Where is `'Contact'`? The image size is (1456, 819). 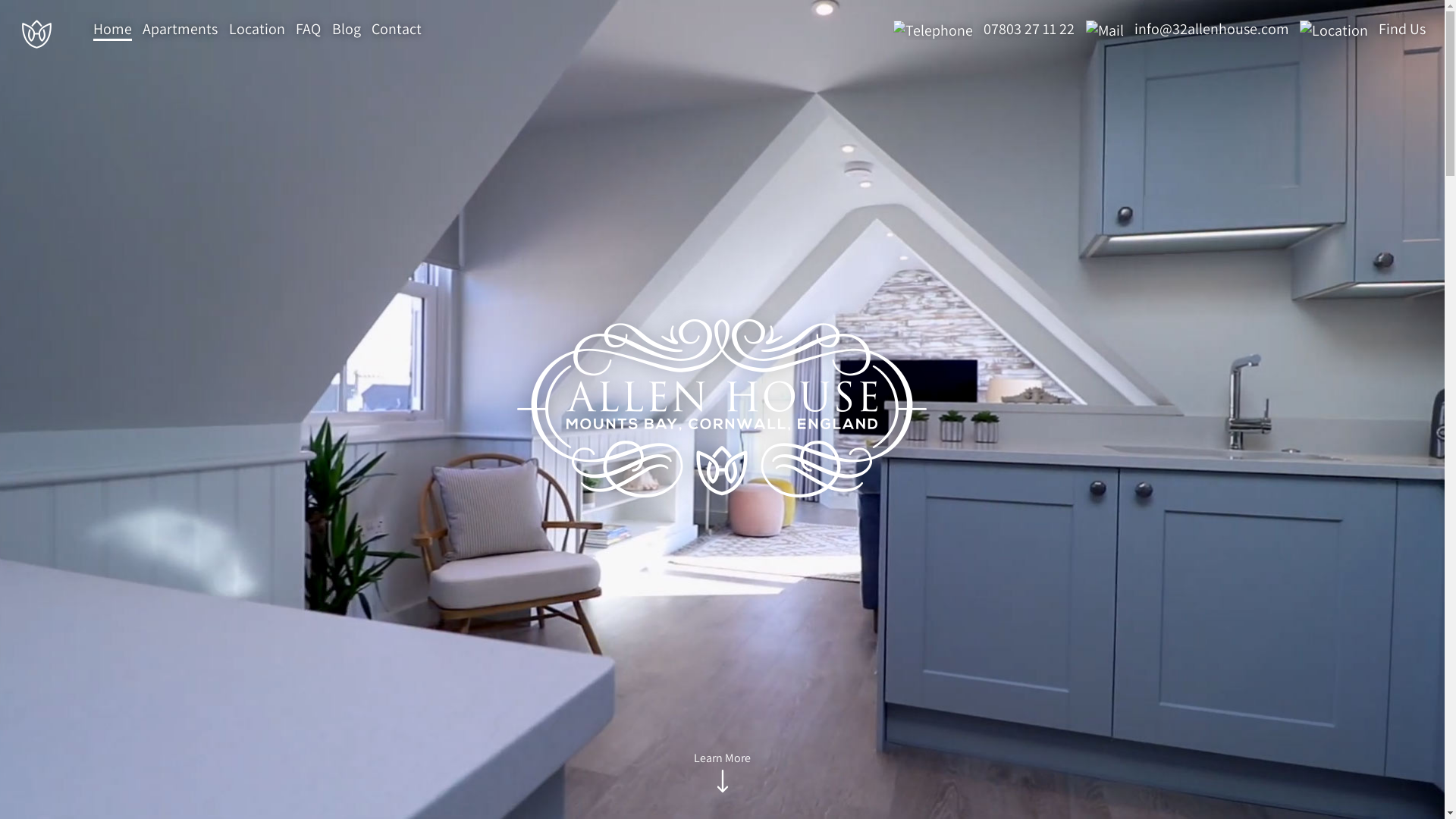
'Contact' is located at coordinates (397, 30).